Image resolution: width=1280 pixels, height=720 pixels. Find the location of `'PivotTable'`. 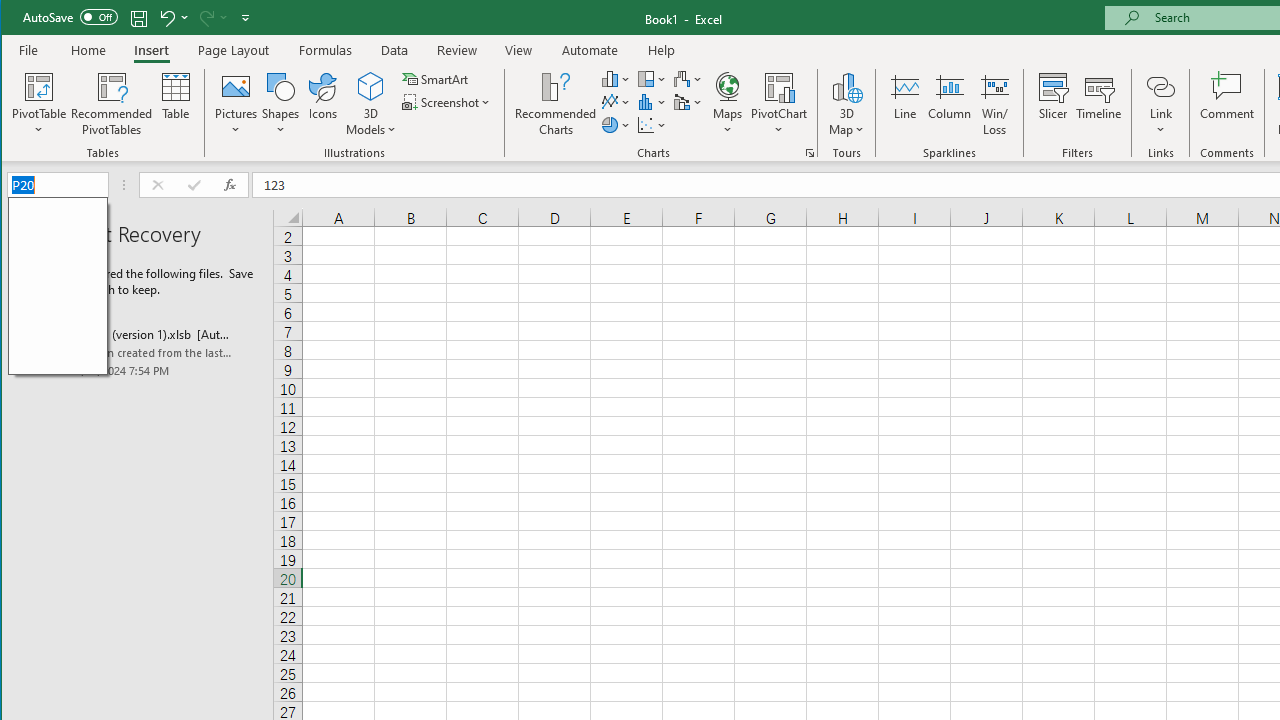

'PivotTable' is located at coordinates (39, 104).